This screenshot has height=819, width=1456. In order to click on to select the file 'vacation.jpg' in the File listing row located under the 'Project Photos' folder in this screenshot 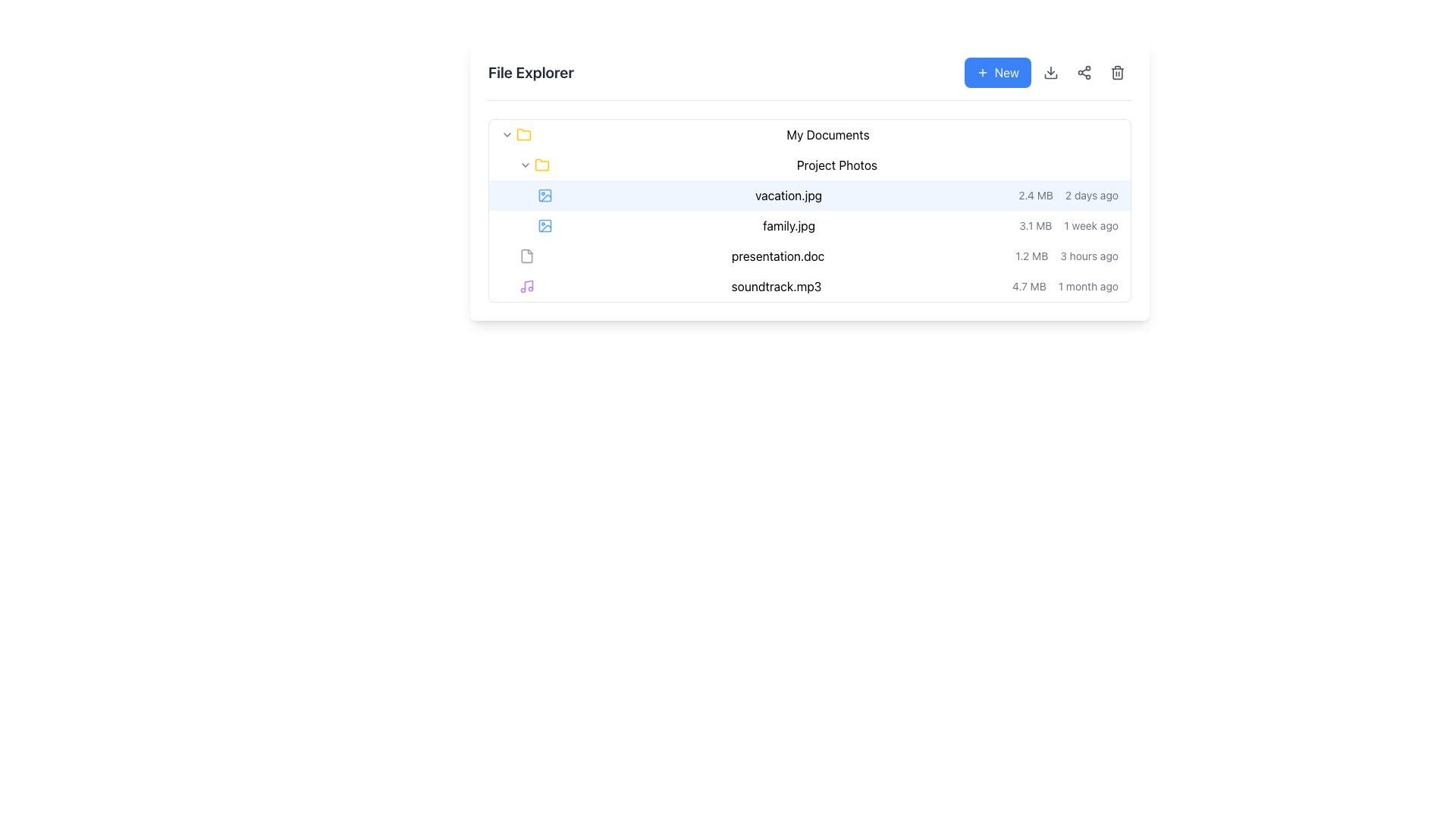, I will do `click(809, 210)`.